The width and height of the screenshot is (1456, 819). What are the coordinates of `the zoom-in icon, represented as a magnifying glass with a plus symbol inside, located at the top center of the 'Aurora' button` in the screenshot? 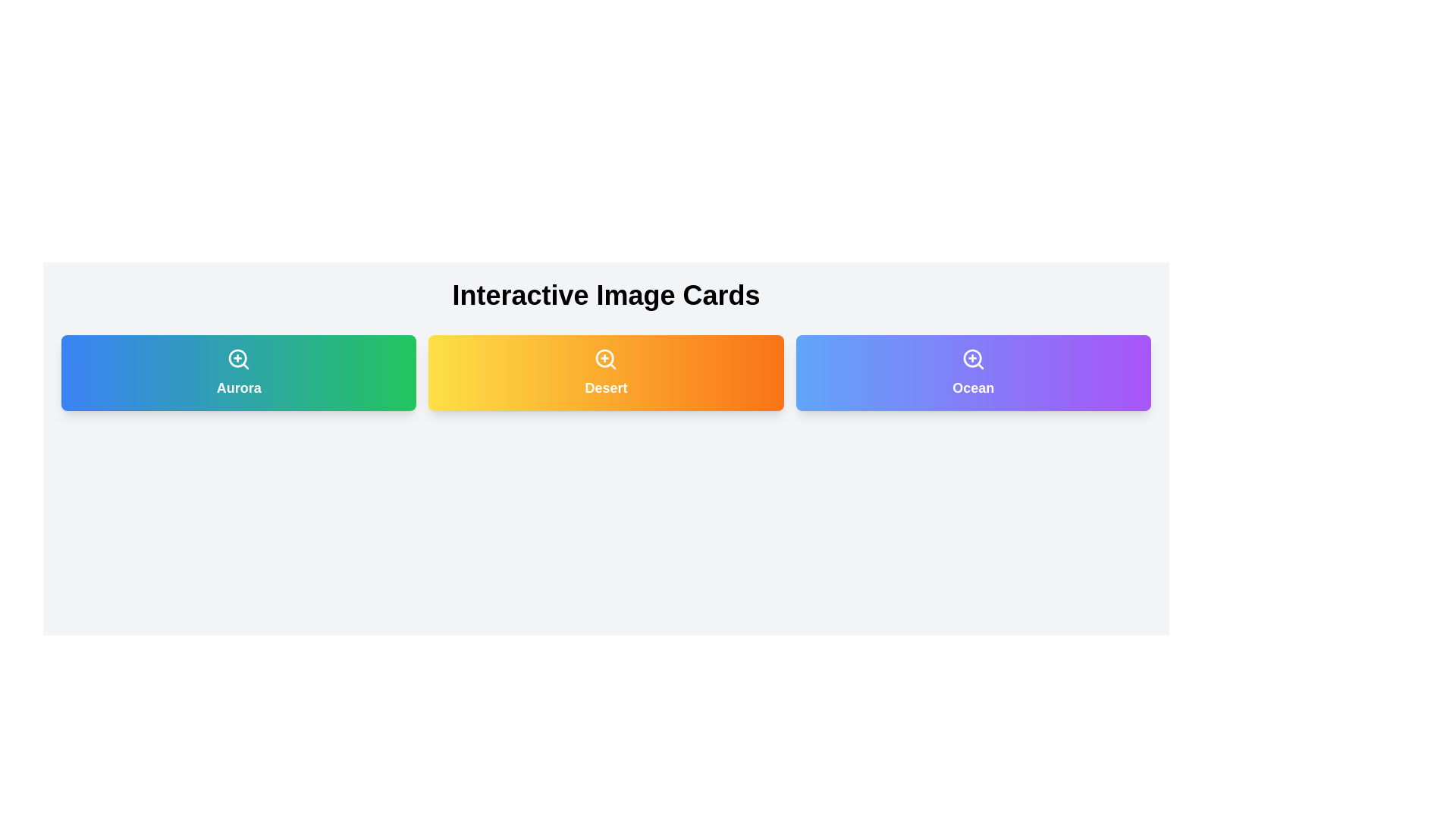 It's located at (238, 359).